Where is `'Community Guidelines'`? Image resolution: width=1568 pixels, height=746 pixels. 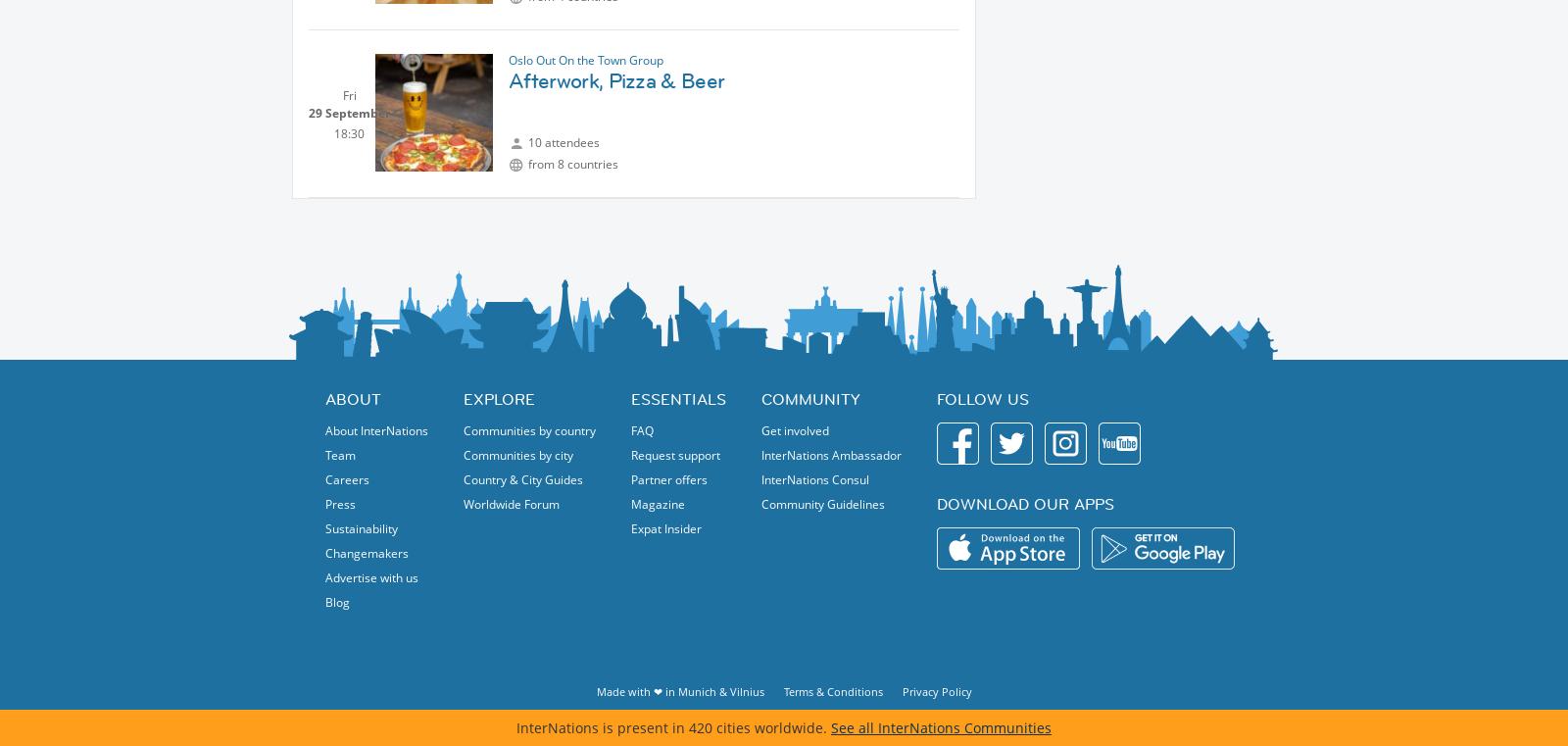 'Community Guidelines' is located at coordinates (760, 503).